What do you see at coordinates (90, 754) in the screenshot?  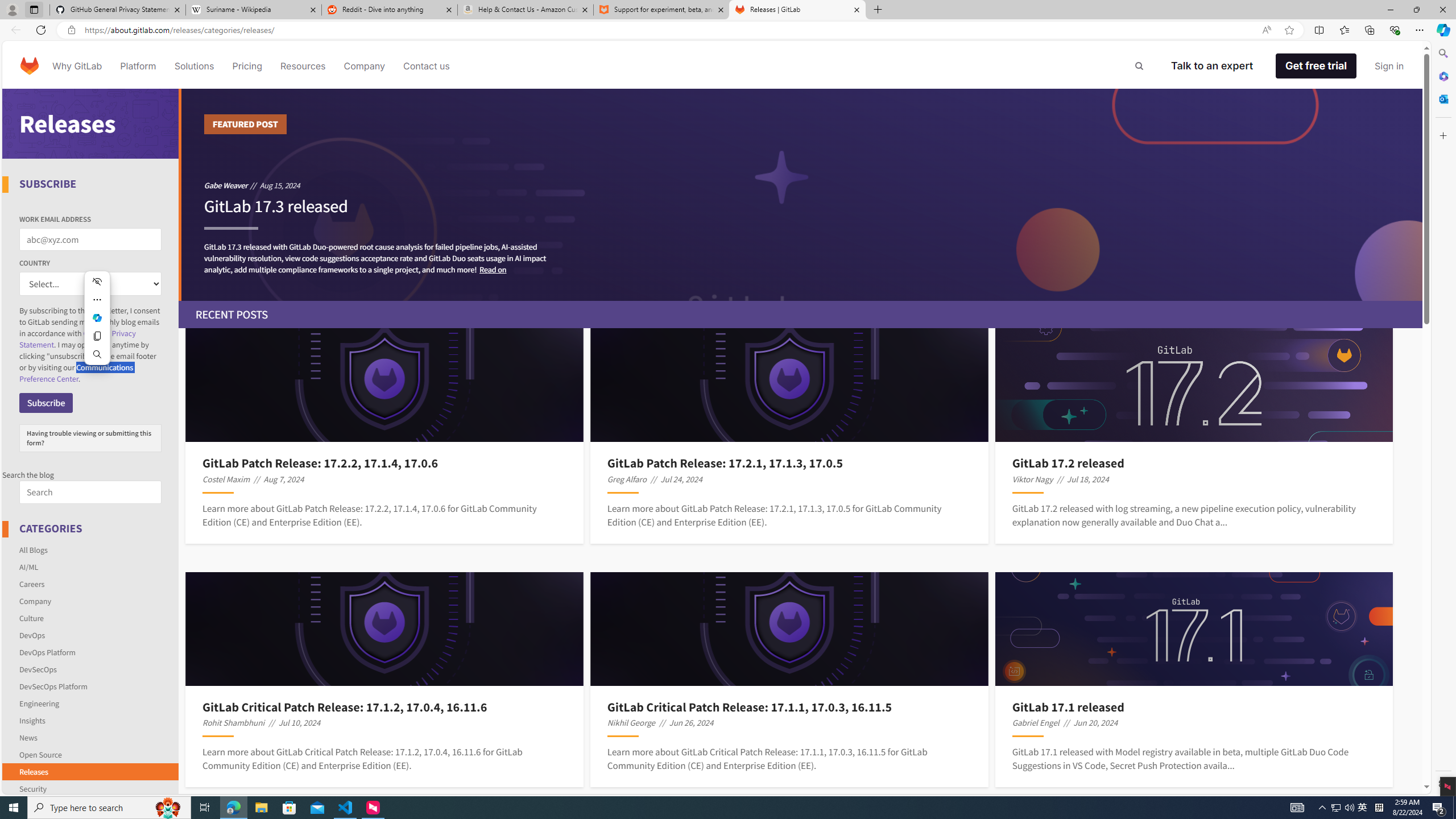 I see `'Open Source'` at bounding box center [90, 754].